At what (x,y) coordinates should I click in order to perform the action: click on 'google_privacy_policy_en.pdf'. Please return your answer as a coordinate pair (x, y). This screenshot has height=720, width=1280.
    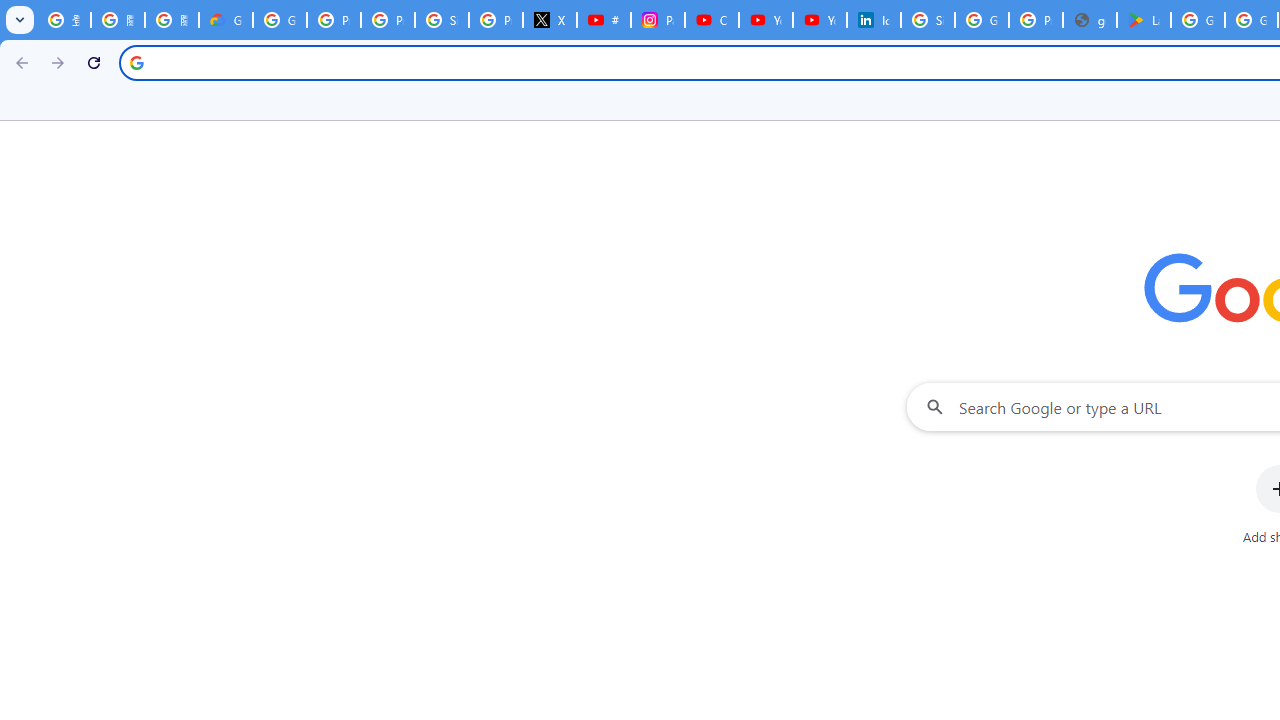
    Looking at the image, I should click on (1088, 20).